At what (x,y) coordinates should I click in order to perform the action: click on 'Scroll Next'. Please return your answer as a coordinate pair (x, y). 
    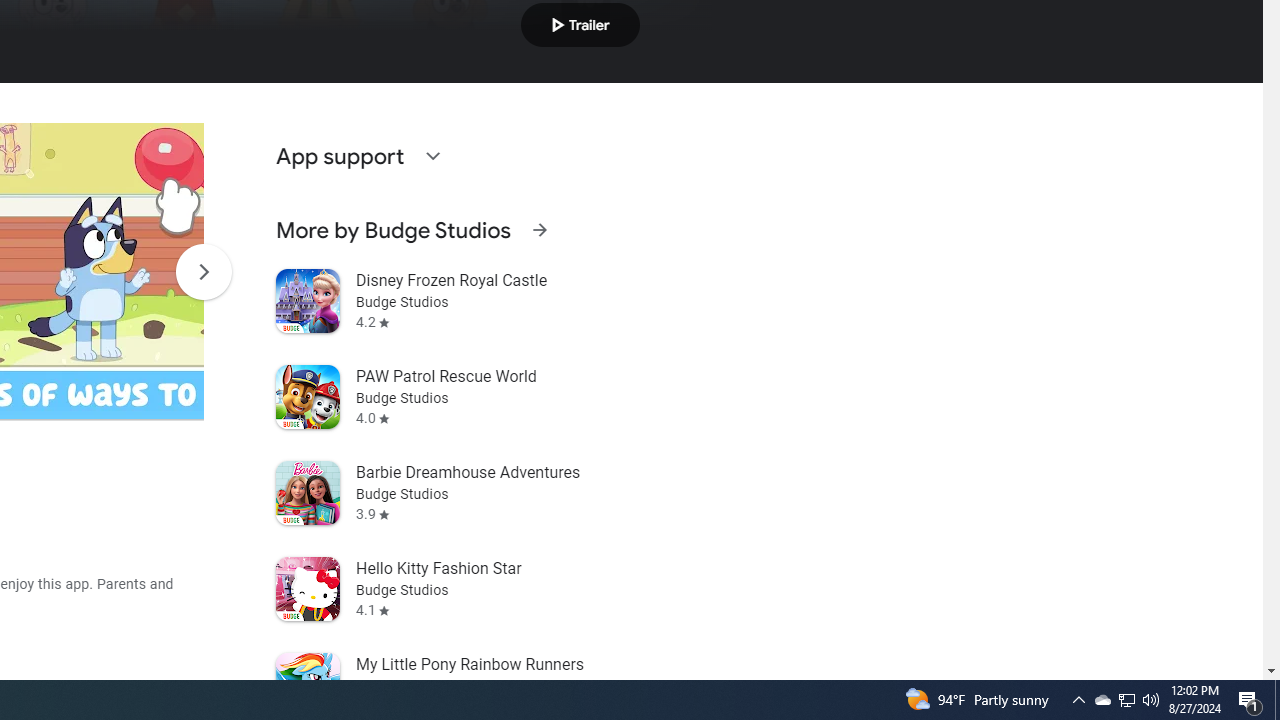
    Looking at the image, I should click on (203, 272).